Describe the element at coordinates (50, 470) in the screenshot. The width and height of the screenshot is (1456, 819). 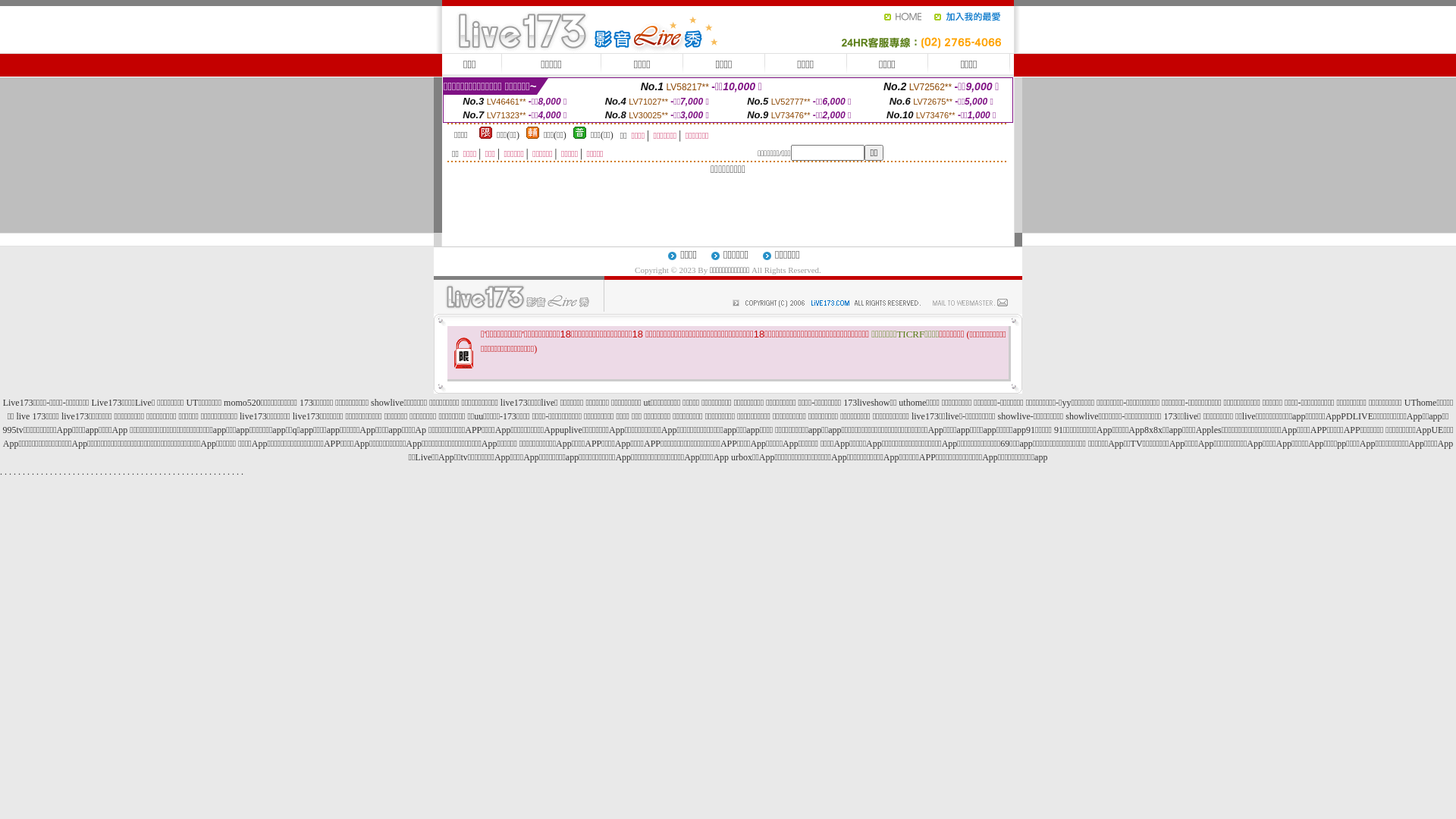
I see `'.'` at that location.